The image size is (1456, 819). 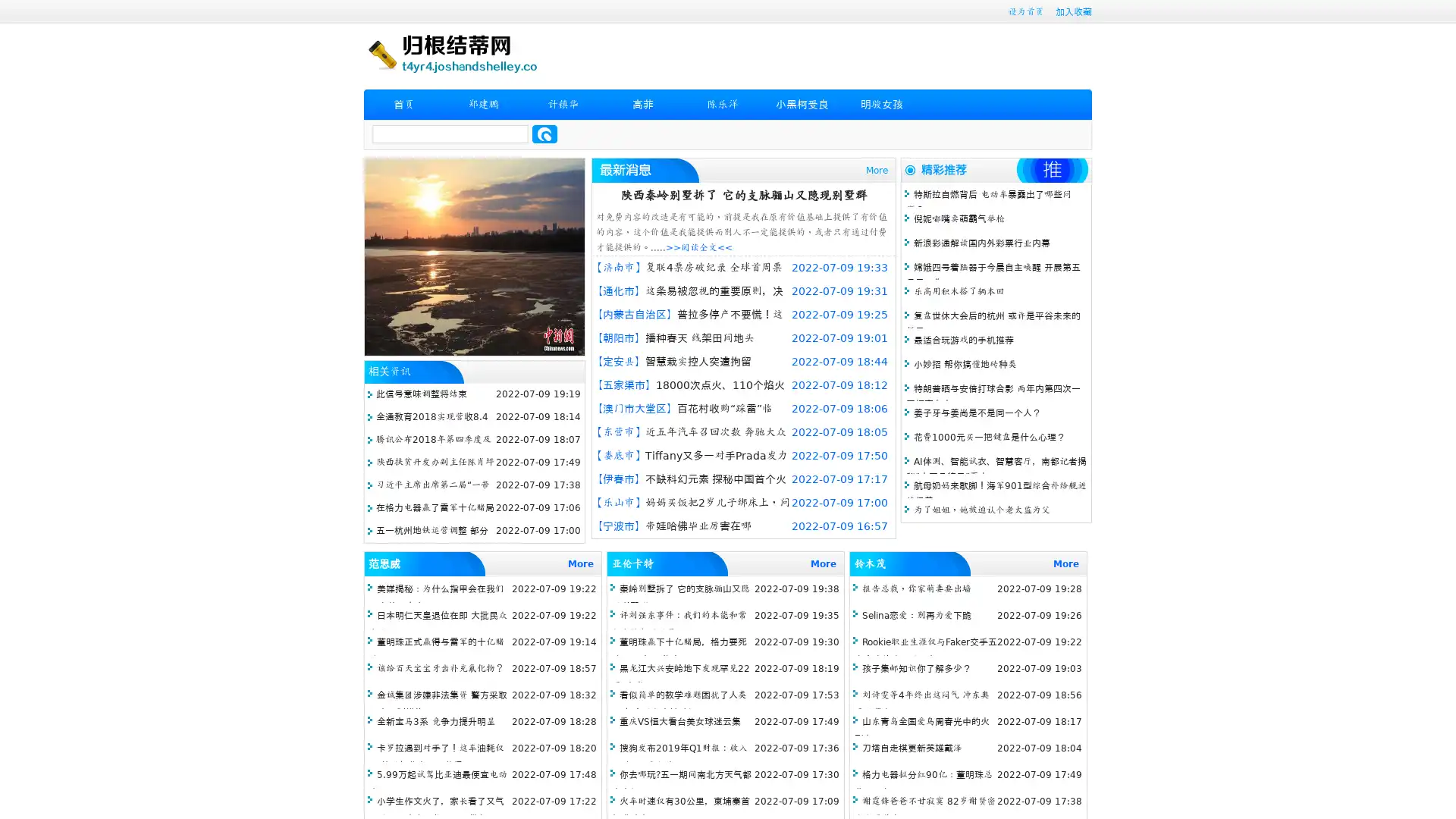 I want to click on Search, so click(x=544, y=133).